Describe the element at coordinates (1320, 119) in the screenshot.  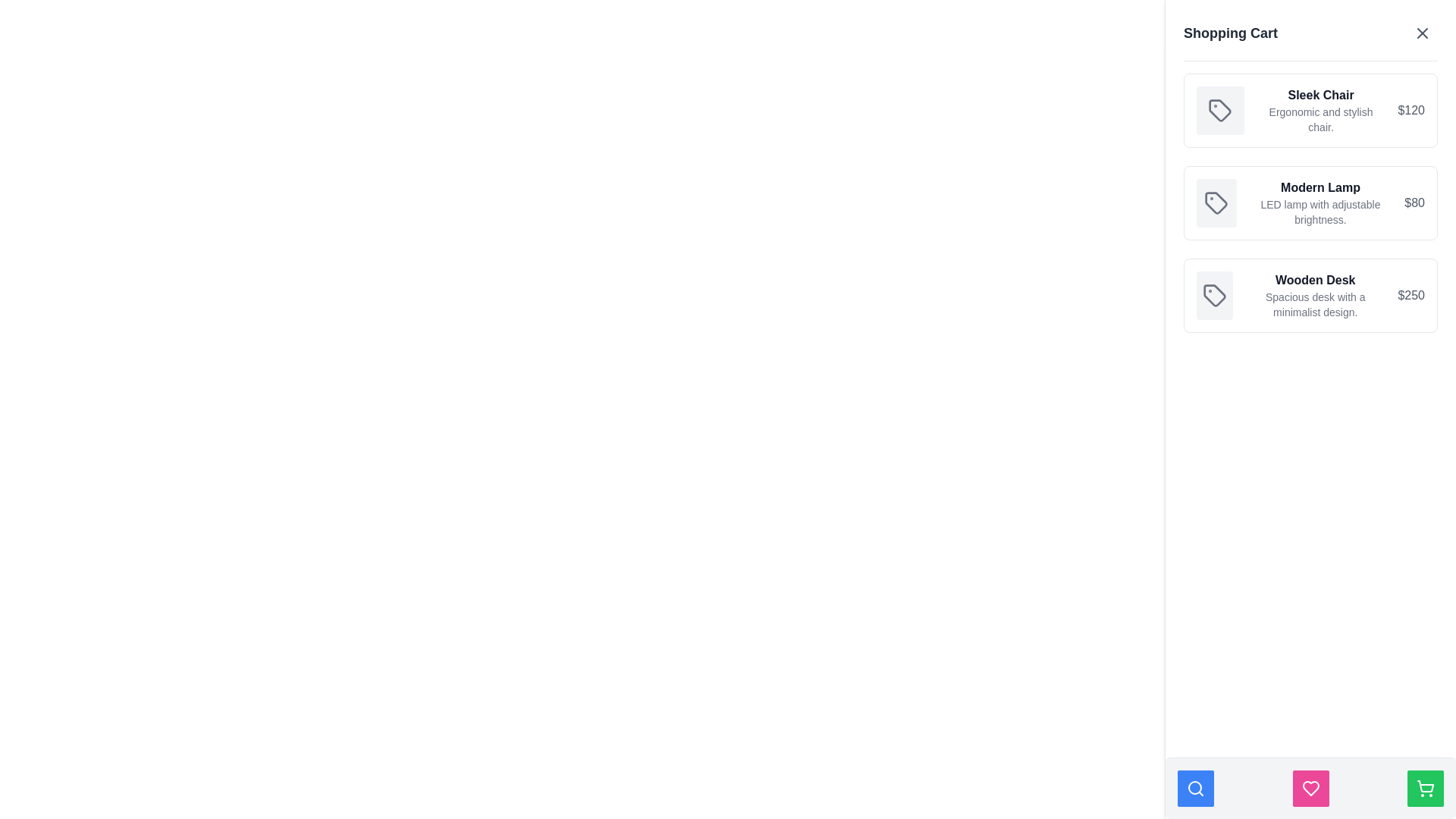
I see `the text display element that describes the product 'Sleek Chair', which is located below the title 'Sleek Chair' and aligned centrally with it` at that location.